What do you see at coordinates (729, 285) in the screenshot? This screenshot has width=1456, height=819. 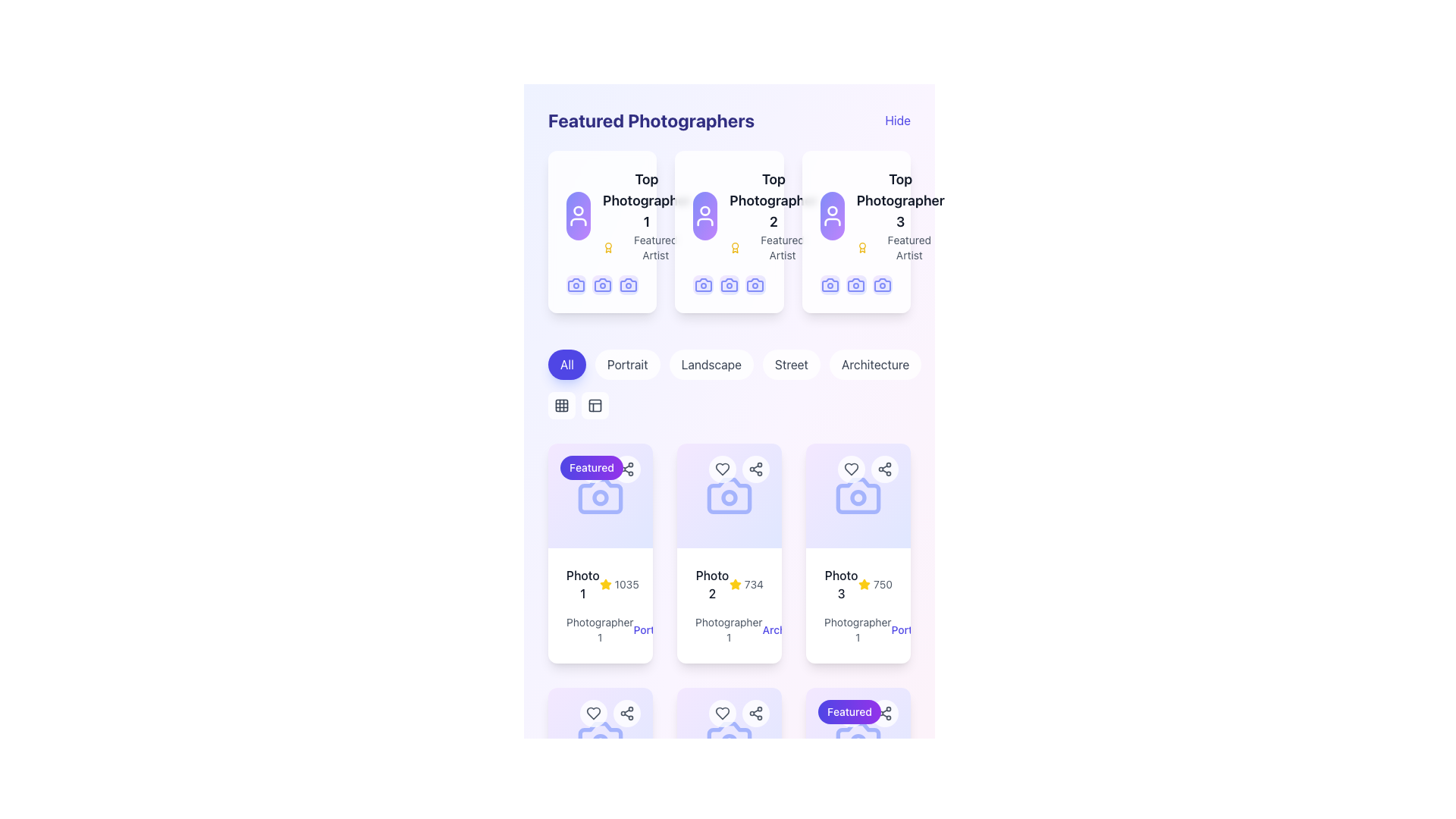 I see `the second camera icon located directly underneath the 'Top Photographer 2' section in the grid layout of the 'Featured Photographers' section` at bounding box center [729, 285].